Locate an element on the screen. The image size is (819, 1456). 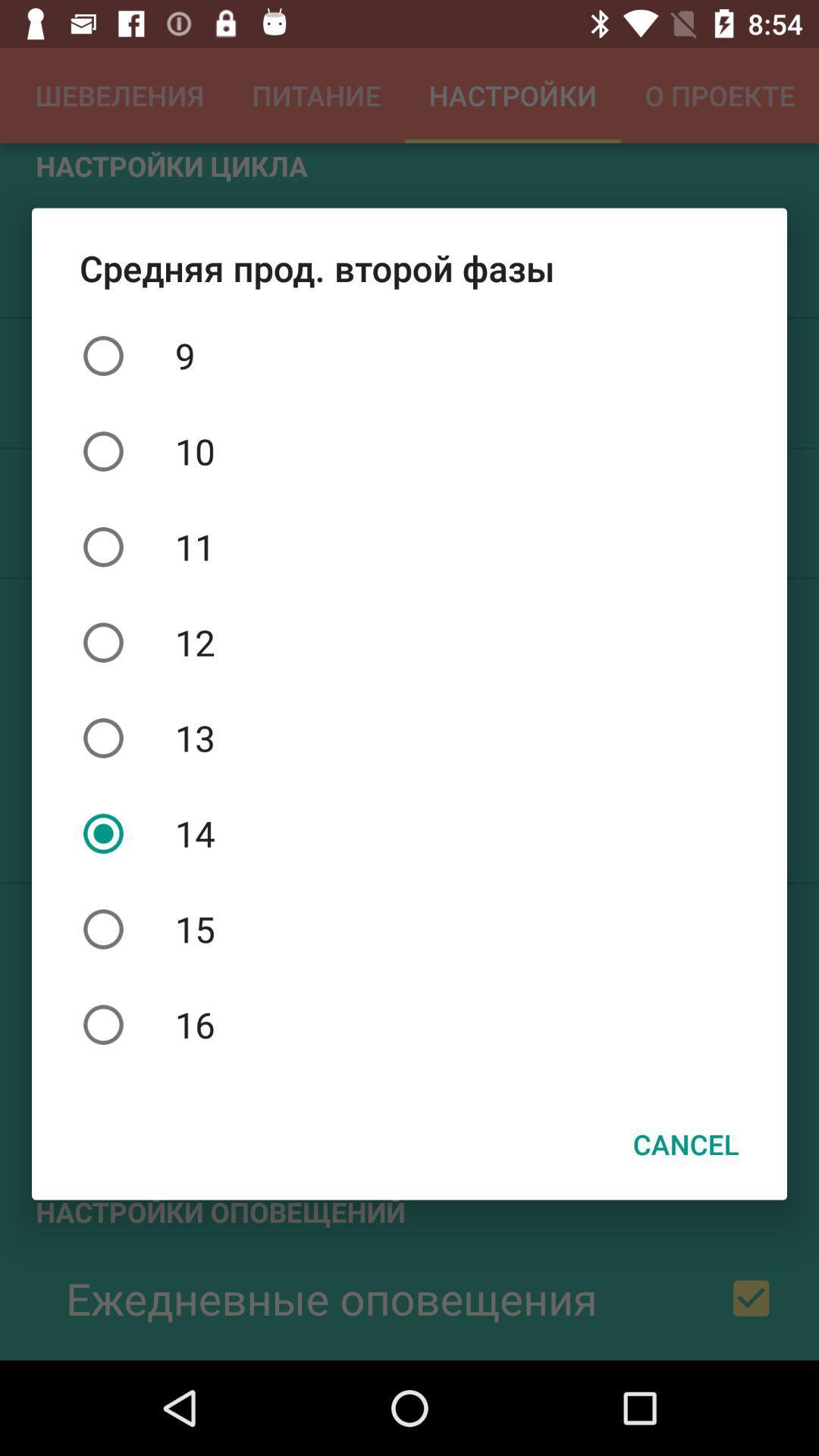
15 is located at coordinates (409, 928).